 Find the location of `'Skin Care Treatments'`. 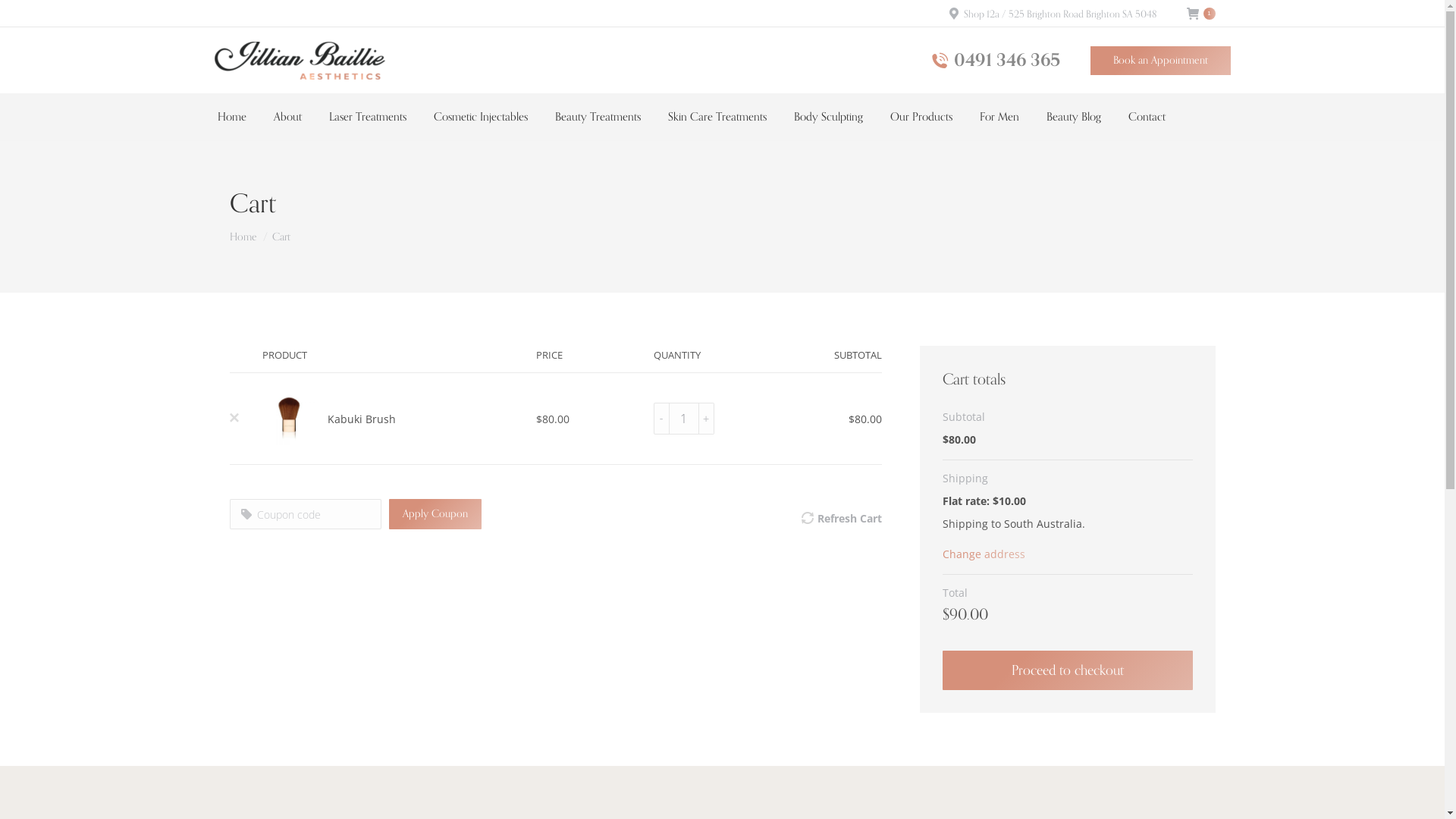

'Skin Care Treatments' is located at coordinates (716, 116).